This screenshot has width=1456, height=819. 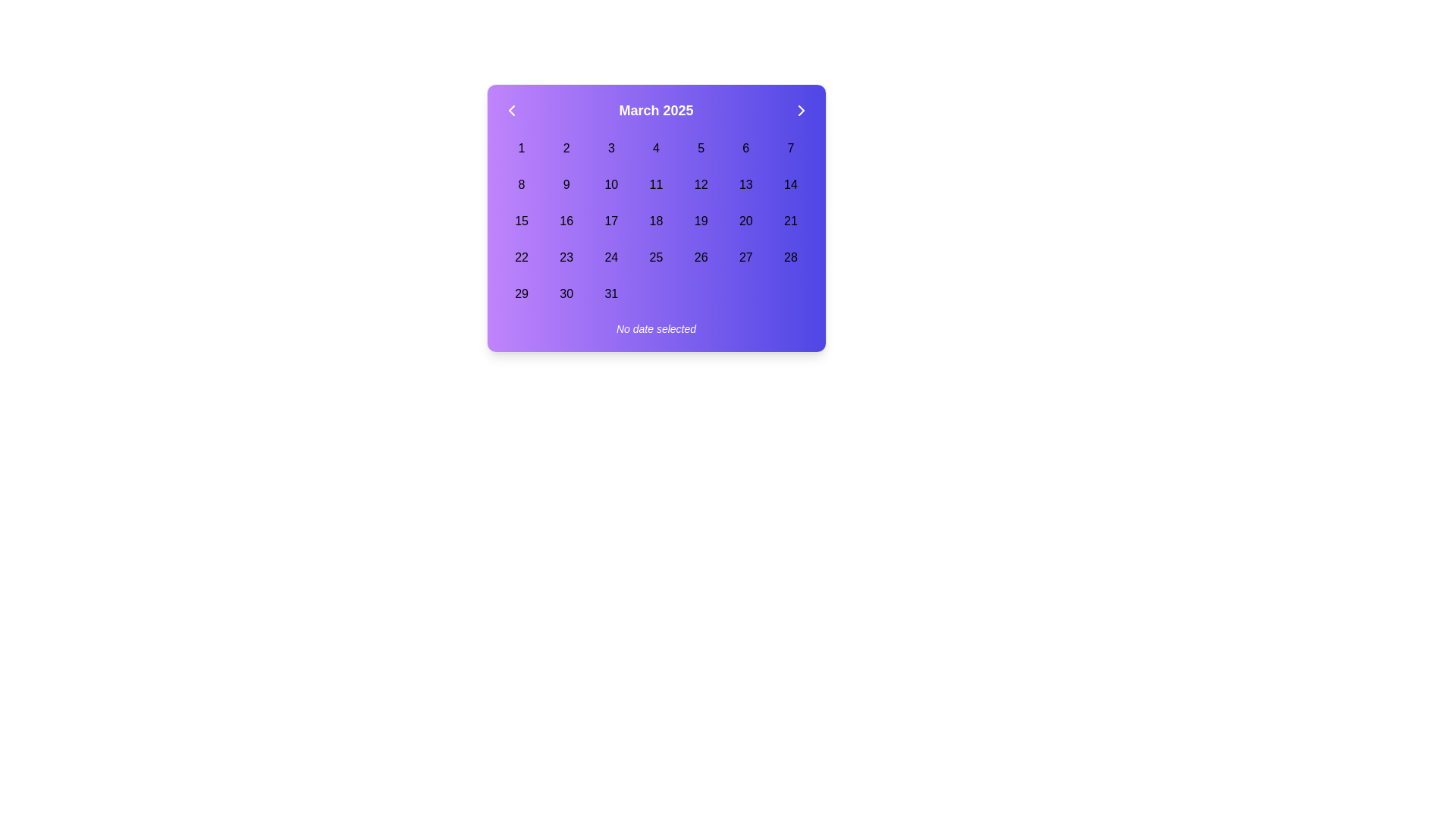 What do you see at coordinates (521, 149) in the screenshot?
I see `the small circular button with the numeral '1' located in the top-left corner of the calendar grid` at bounding box center [521, 149].